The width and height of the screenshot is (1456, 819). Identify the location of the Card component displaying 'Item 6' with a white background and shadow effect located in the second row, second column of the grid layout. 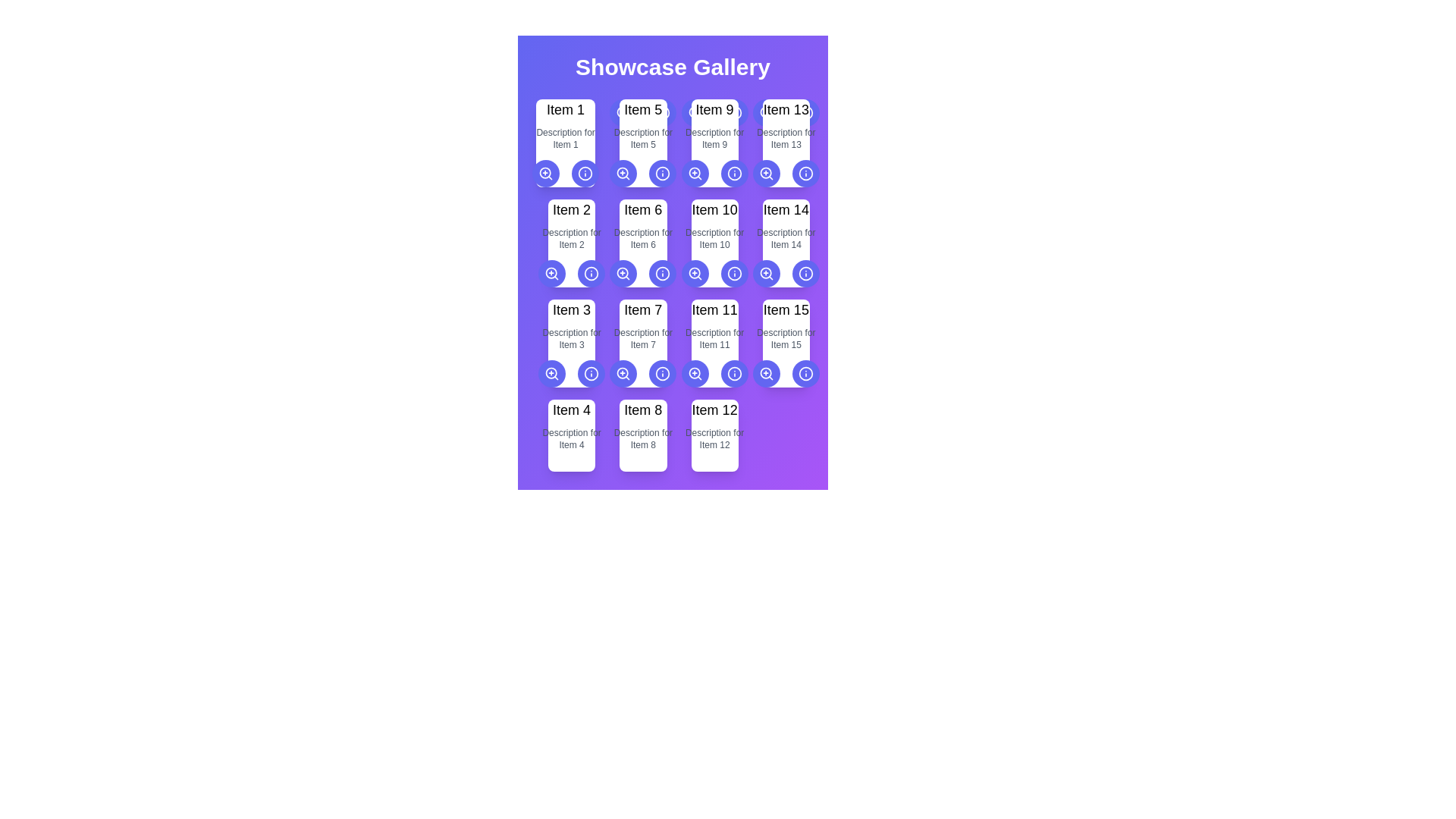
(643, 242).